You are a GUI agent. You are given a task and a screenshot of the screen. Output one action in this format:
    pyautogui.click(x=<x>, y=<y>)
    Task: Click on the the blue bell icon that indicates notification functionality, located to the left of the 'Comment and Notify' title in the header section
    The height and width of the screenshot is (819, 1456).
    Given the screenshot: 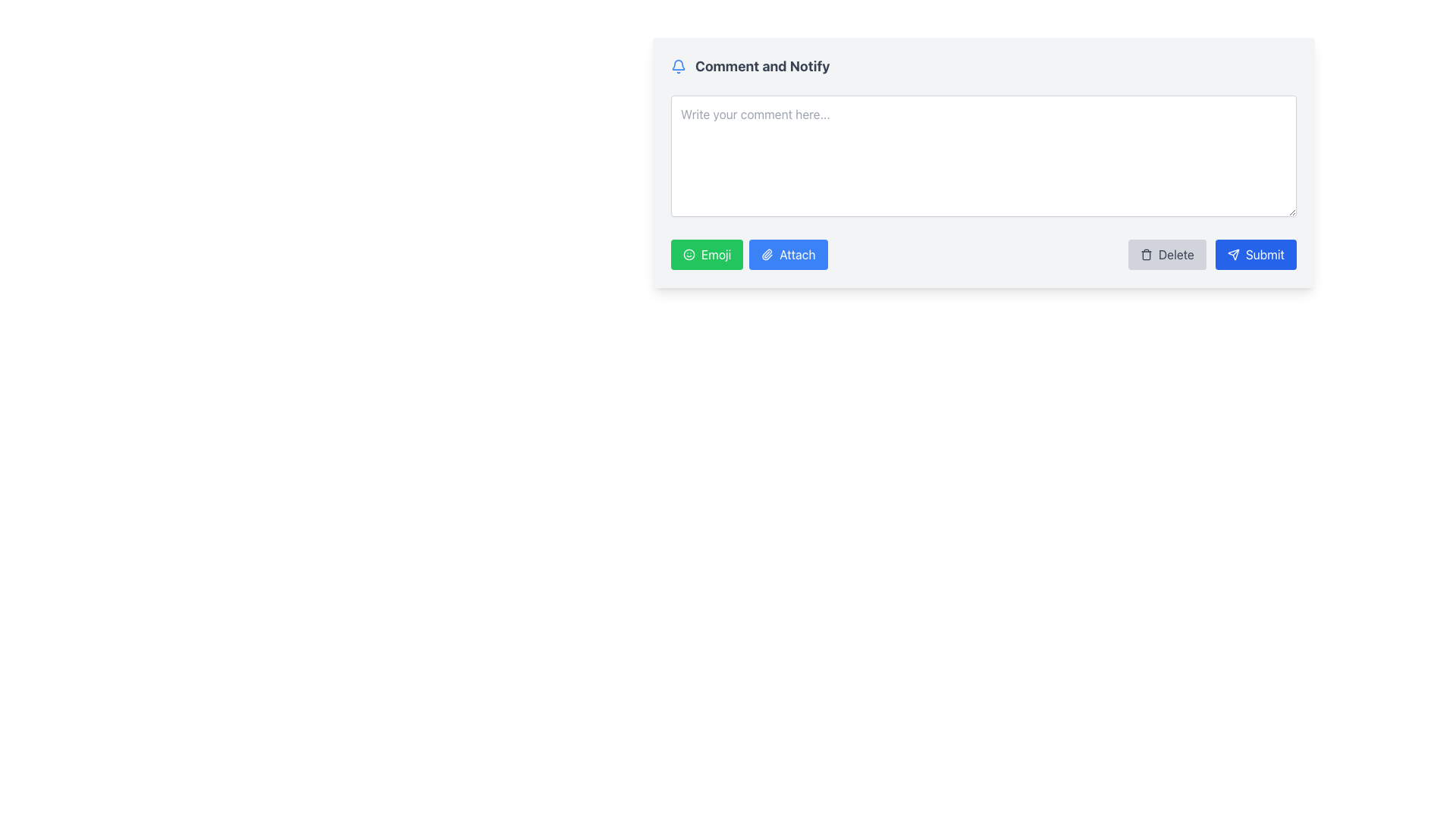 What is the action you would take?
    pyautogui.click(x=677, y=66)
    